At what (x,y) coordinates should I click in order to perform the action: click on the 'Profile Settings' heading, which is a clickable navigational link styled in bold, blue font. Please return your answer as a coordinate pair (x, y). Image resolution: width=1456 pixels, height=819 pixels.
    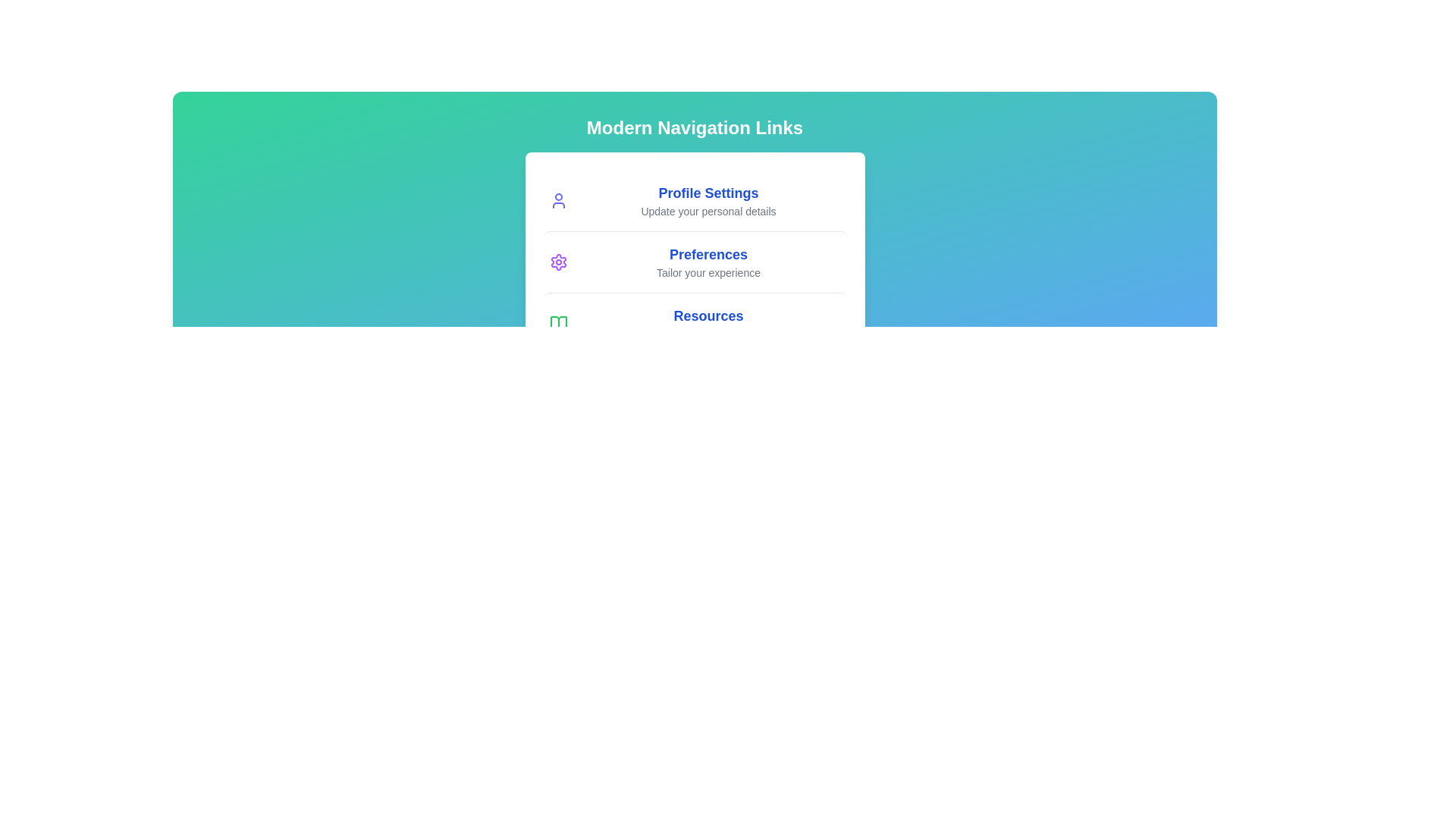
    Looking at the image, I should click on (708, 200).